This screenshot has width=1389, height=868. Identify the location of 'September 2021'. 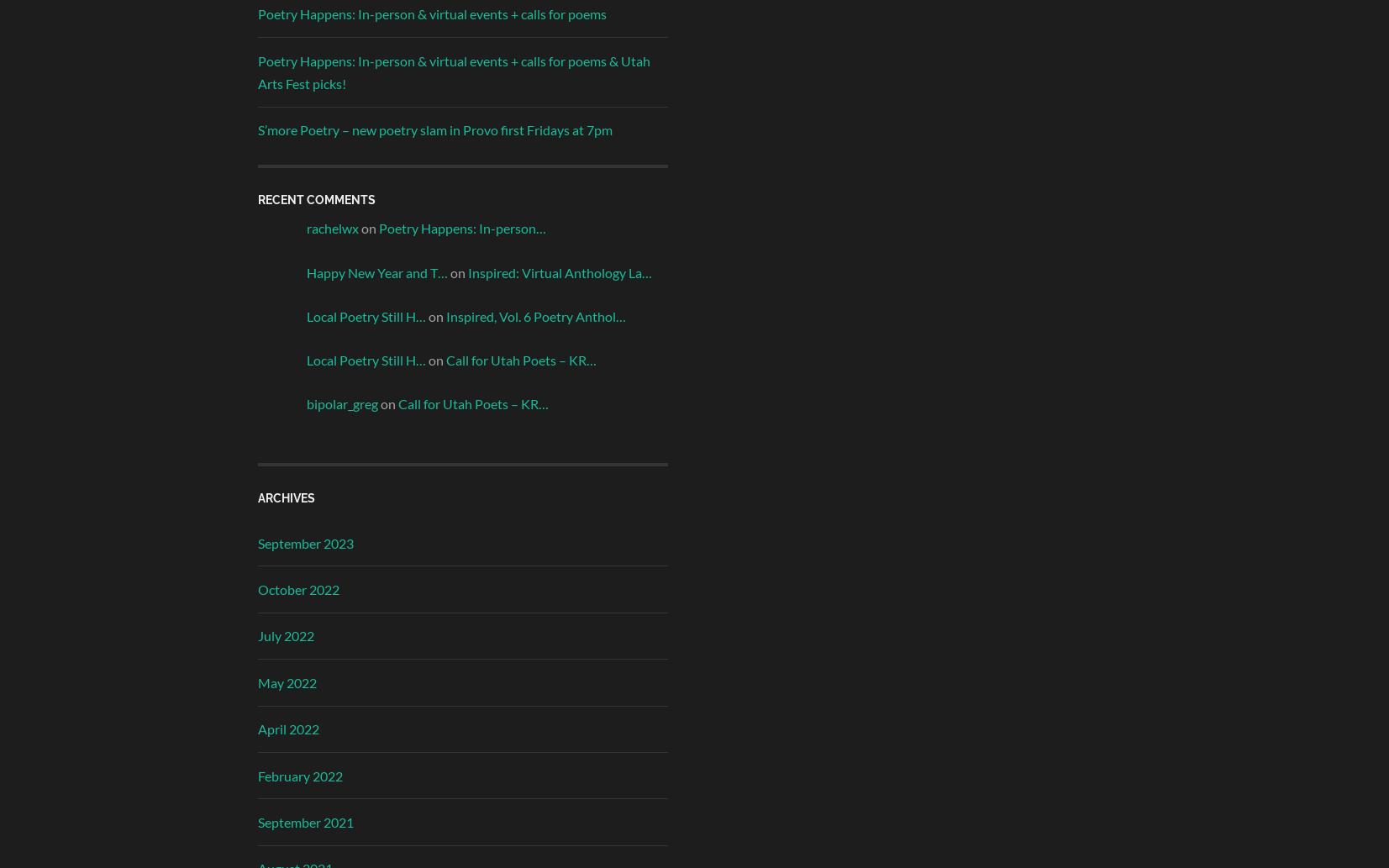
(255, 820).